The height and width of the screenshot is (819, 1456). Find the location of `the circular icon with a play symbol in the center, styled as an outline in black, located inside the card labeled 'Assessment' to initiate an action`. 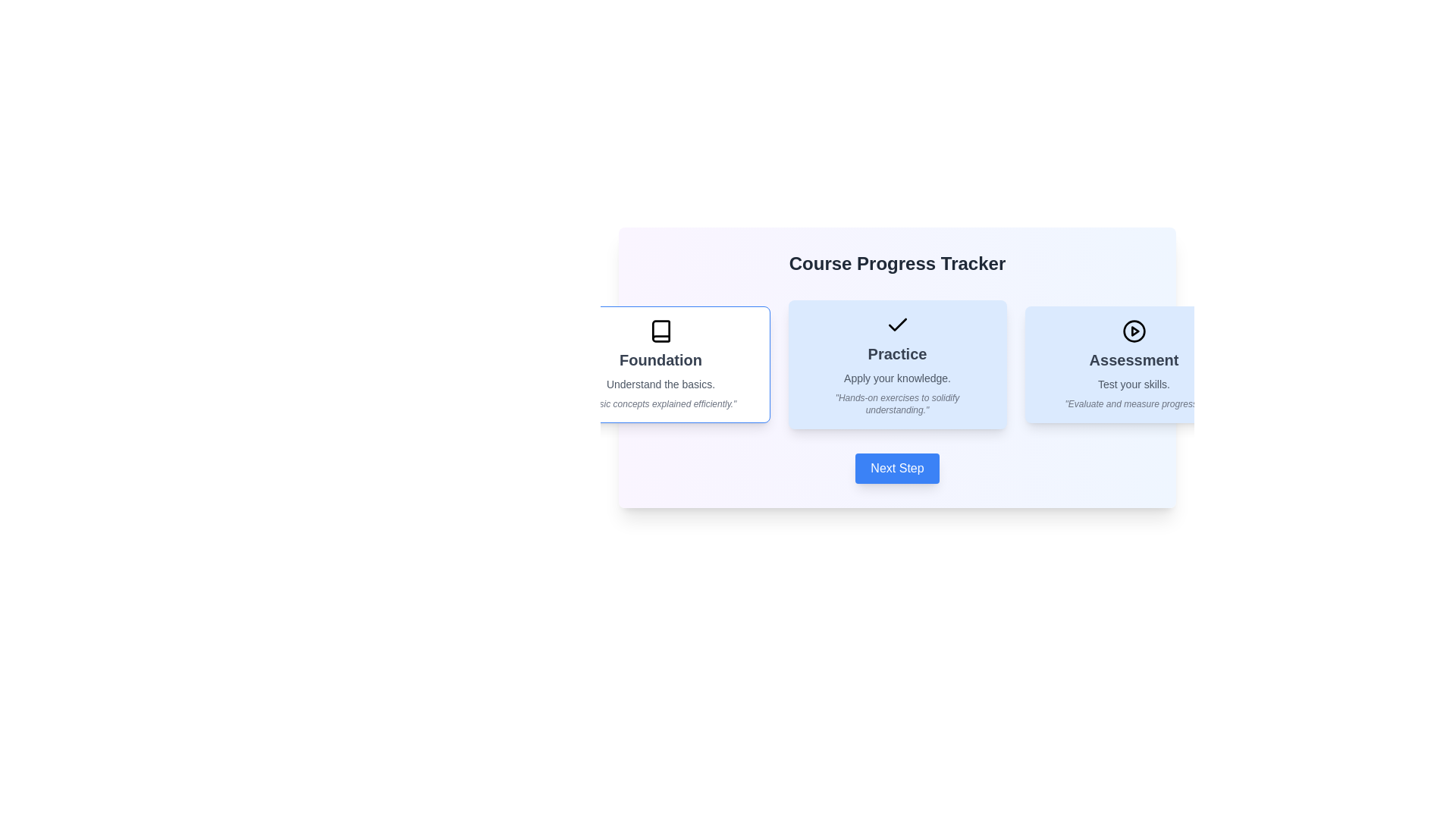

the circular icon with a play symbol in the center, styled as an outline in black, located inside the card labeled 'Assessment' to initiate an action is located at coordinates (1134, 330).